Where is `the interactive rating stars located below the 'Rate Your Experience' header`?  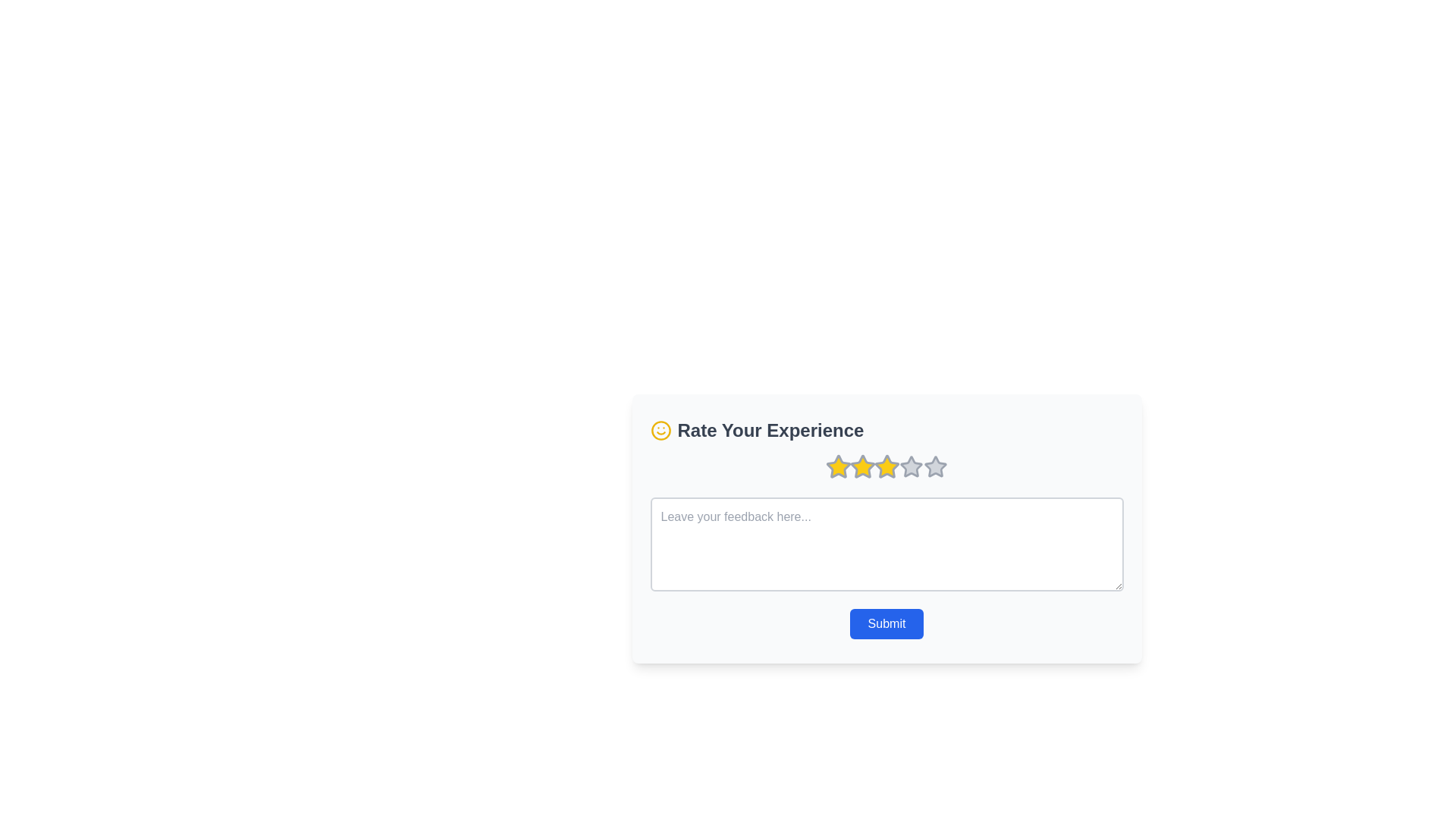 the interactive rating stars located below the 'Rate Your Experience' header is located at coordinates (886, 466).